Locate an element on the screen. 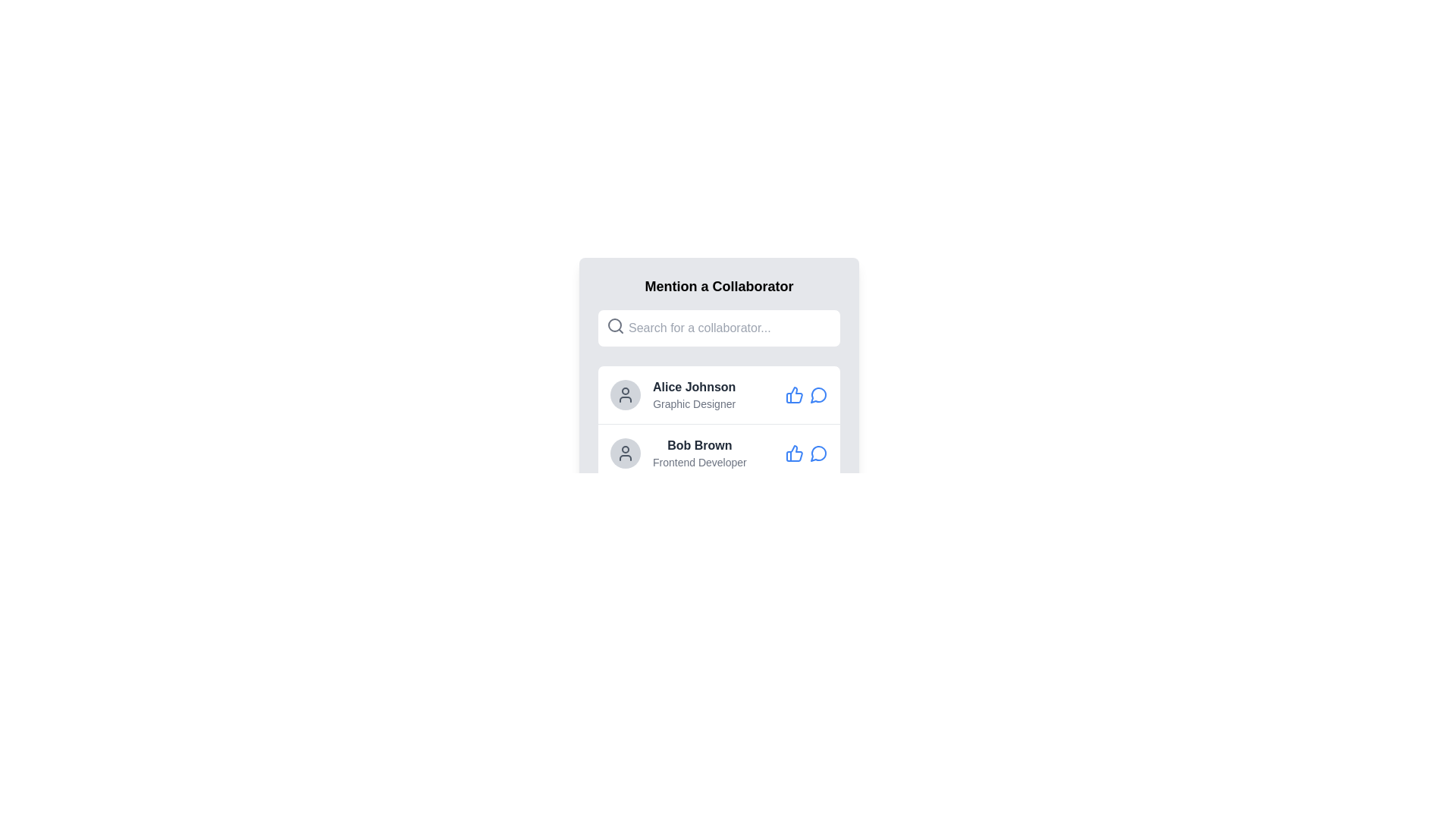  the circular component of the magnifying glass icon, which represents search functionality, located to the left of the 'Search for a collaborator...' input field is located at coordinates (615, 324).